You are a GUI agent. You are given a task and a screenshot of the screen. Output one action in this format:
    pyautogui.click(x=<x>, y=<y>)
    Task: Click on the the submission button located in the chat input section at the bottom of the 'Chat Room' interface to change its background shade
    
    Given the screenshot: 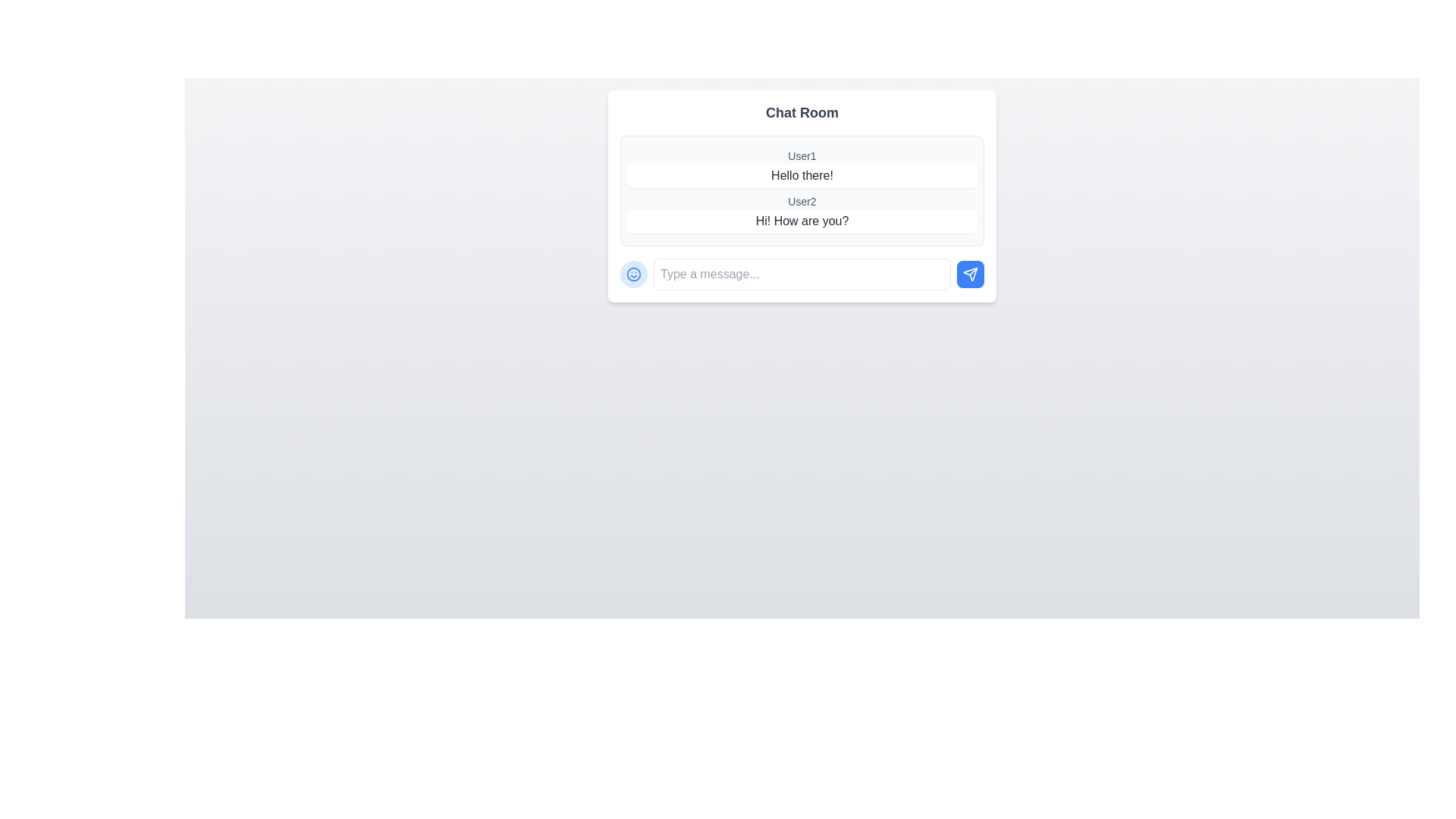 What is the action you would take?
    pyautogui.click(x=971, y=275)
    